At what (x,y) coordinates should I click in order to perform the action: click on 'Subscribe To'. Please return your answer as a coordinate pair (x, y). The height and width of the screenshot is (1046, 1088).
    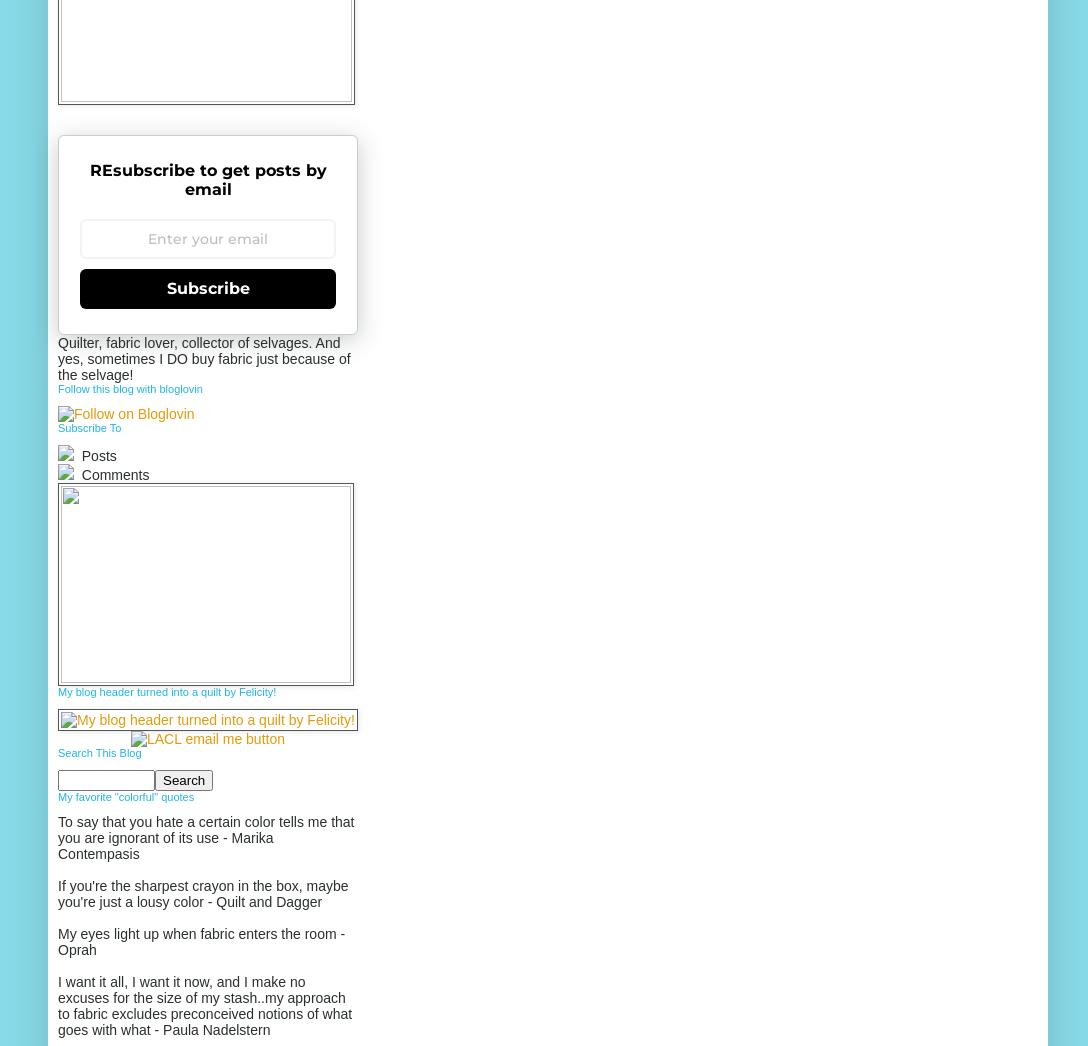
    Looking at the image, I should click on (89, 427).